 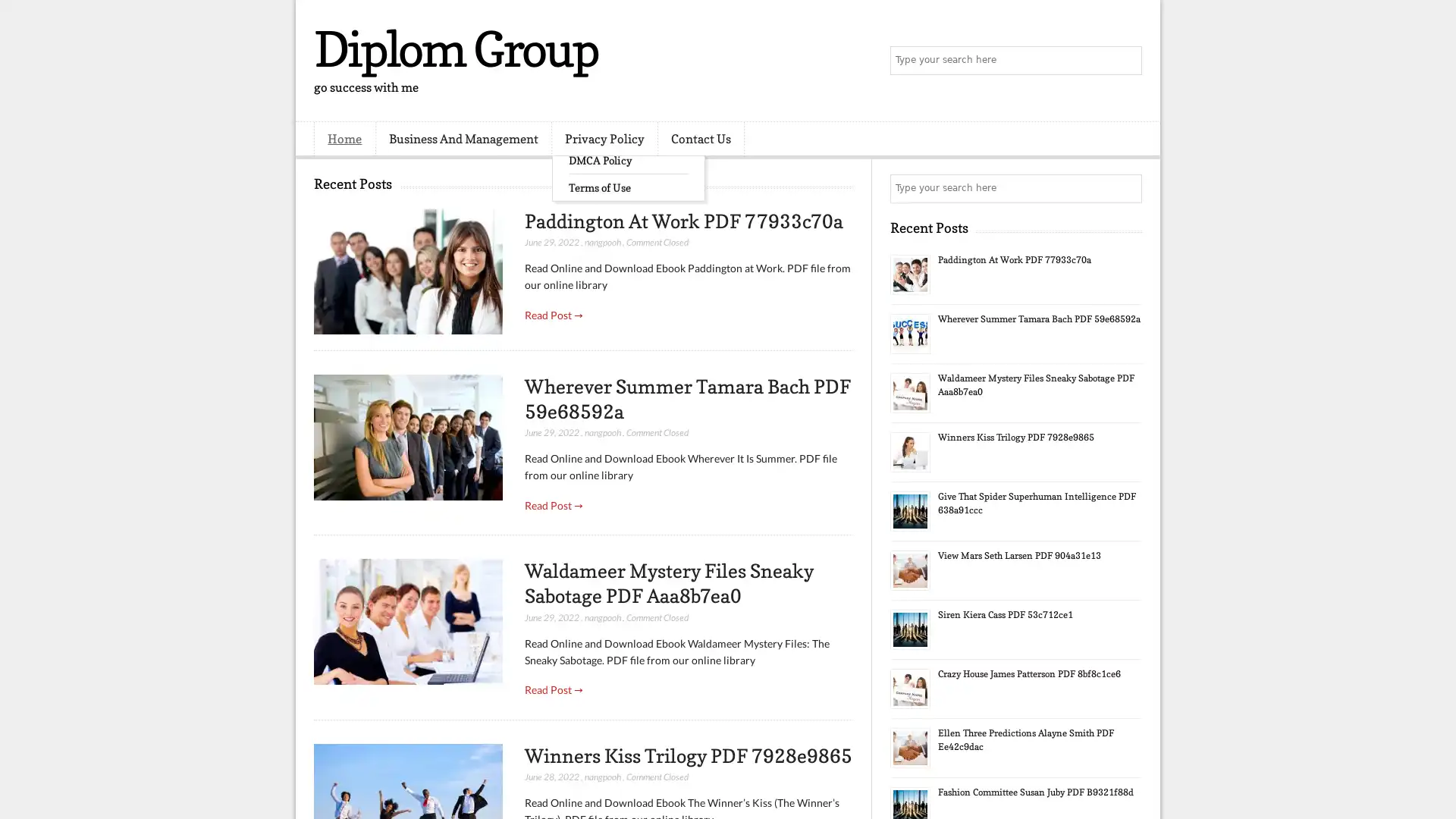 What do you see at coordinates (1126, 61) in the screenshot?
I see `Search` at bounding box center [1126, 61].